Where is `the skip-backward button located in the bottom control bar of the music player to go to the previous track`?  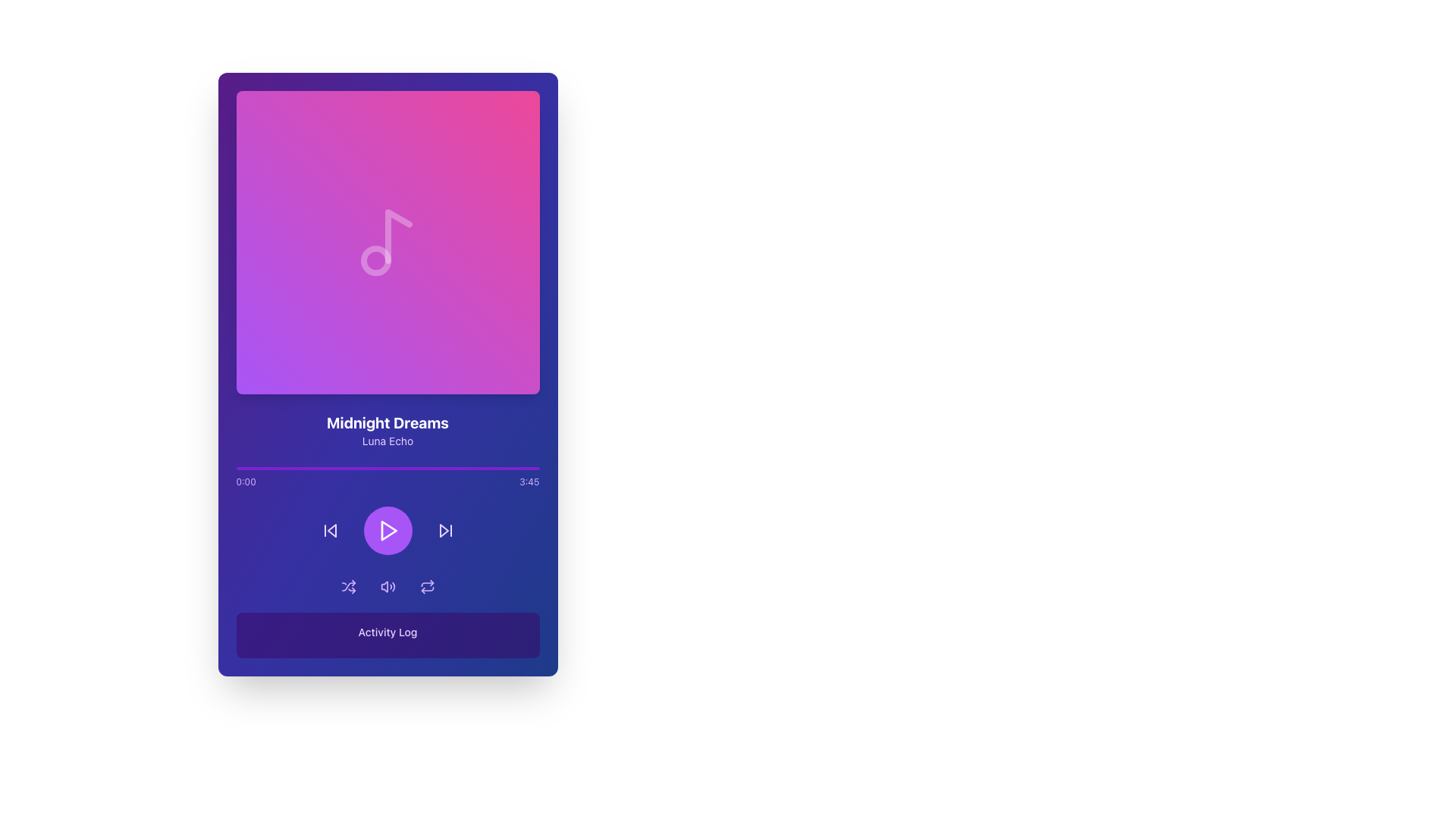
the skip-backward button located in the bottom control bar of the music player to go to the previous track is located at coordinates (329, 529).